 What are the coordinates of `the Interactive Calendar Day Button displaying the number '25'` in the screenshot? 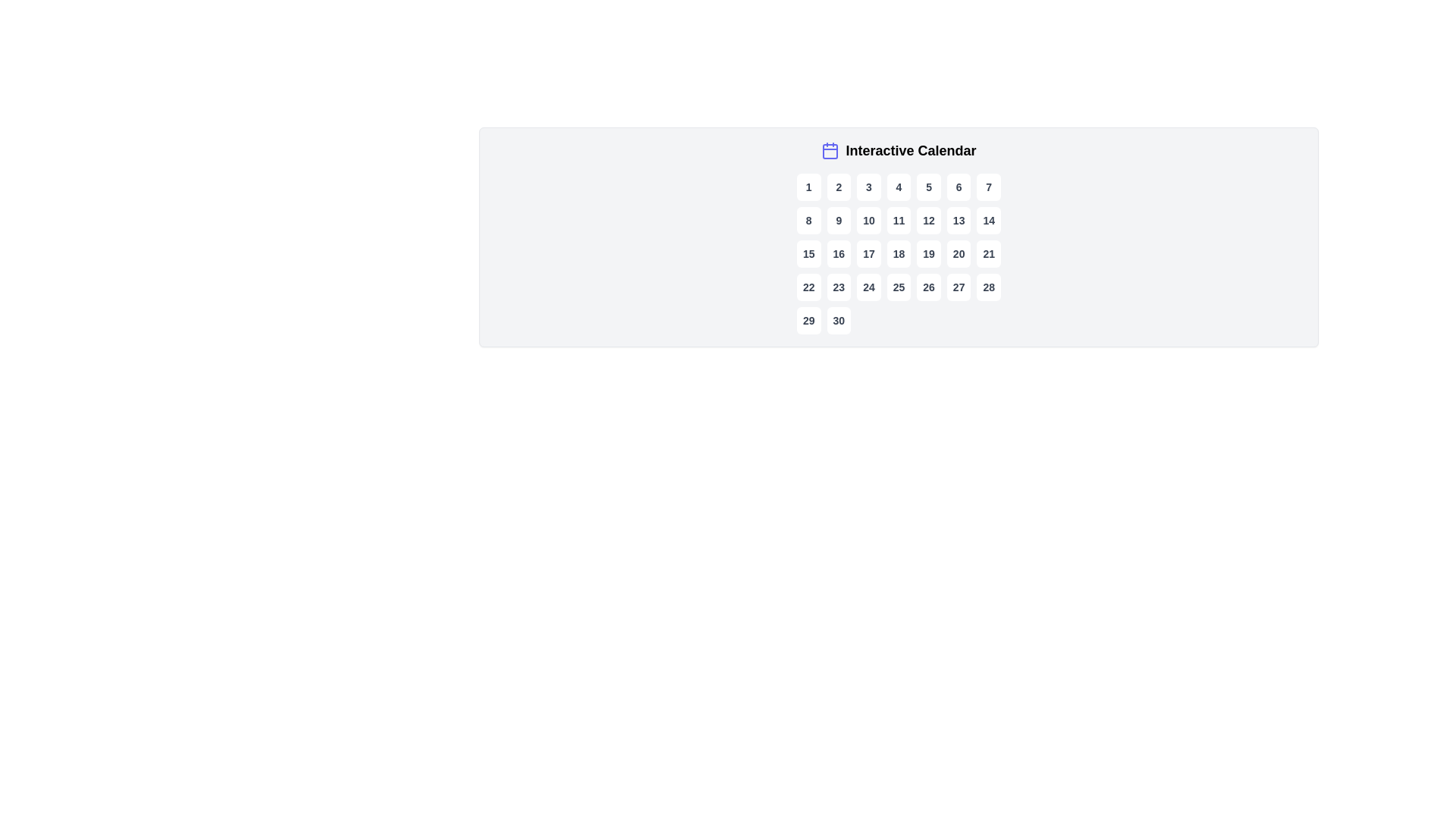 It's located at (899, 287).